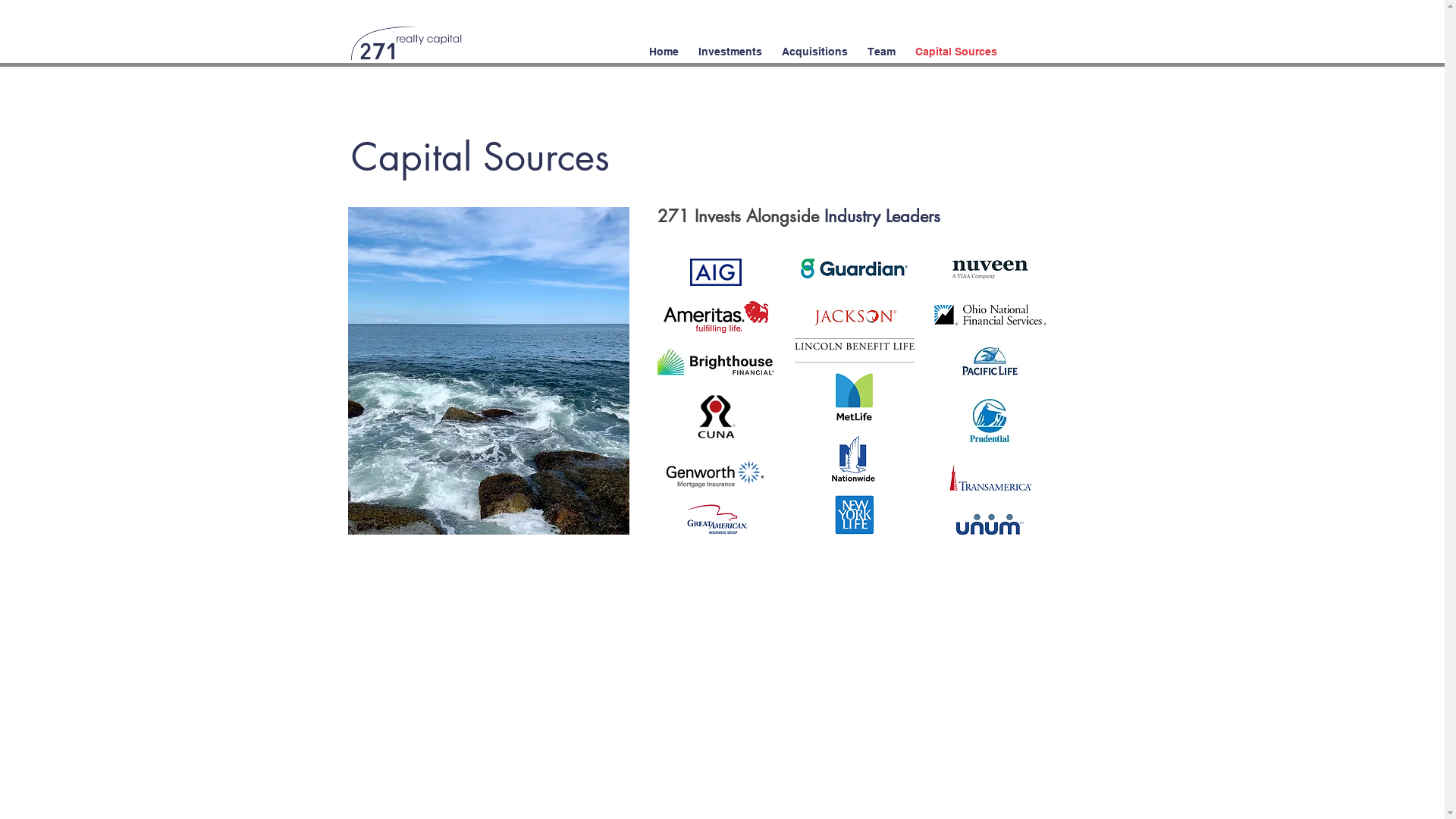 The height and width of the screenshot is (819, 1456). What do you see at coordinates (730, 44) in the screenshot?
I see `'Investments'` at bounding box center [730, 44].